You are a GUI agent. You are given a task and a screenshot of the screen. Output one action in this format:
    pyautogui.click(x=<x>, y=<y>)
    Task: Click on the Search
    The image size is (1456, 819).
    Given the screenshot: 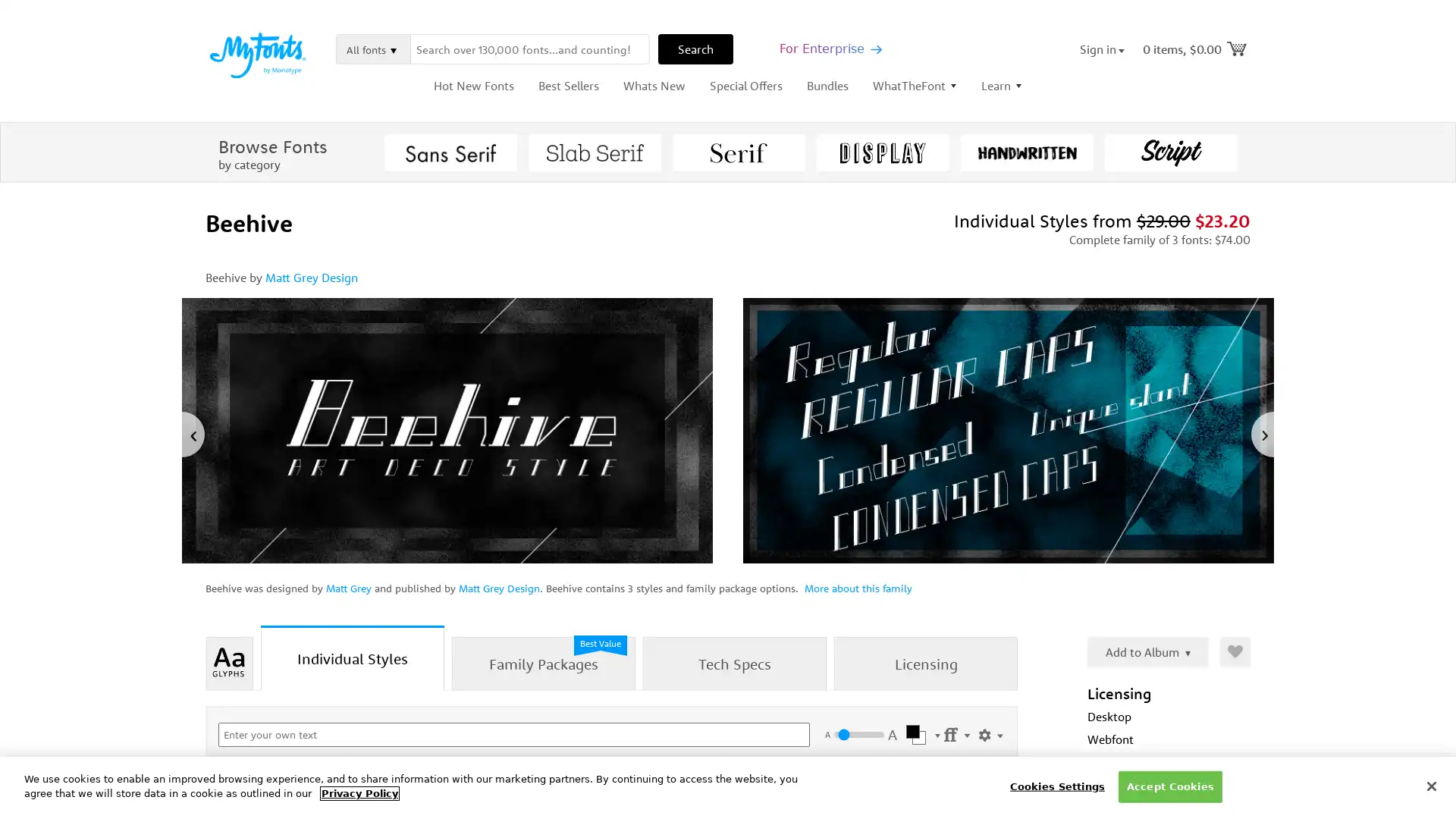 What is the action you would take?
    pyautogui.click(x=695, y=49)
    